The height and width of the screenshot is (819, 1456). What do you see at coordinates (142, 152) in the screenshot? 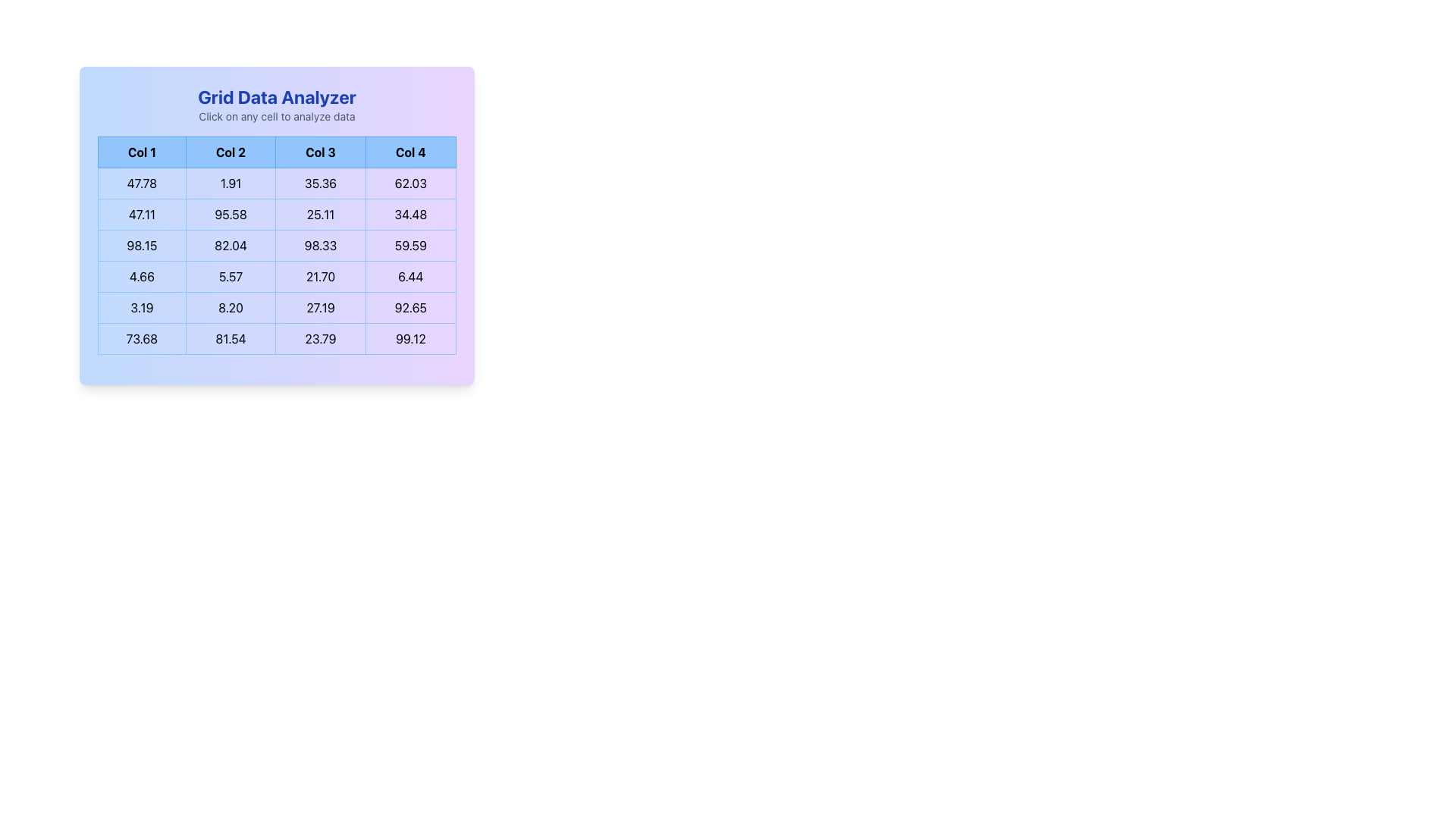
I see `the first Table Header Cell in the data grid` at bounding box center [142, 152].